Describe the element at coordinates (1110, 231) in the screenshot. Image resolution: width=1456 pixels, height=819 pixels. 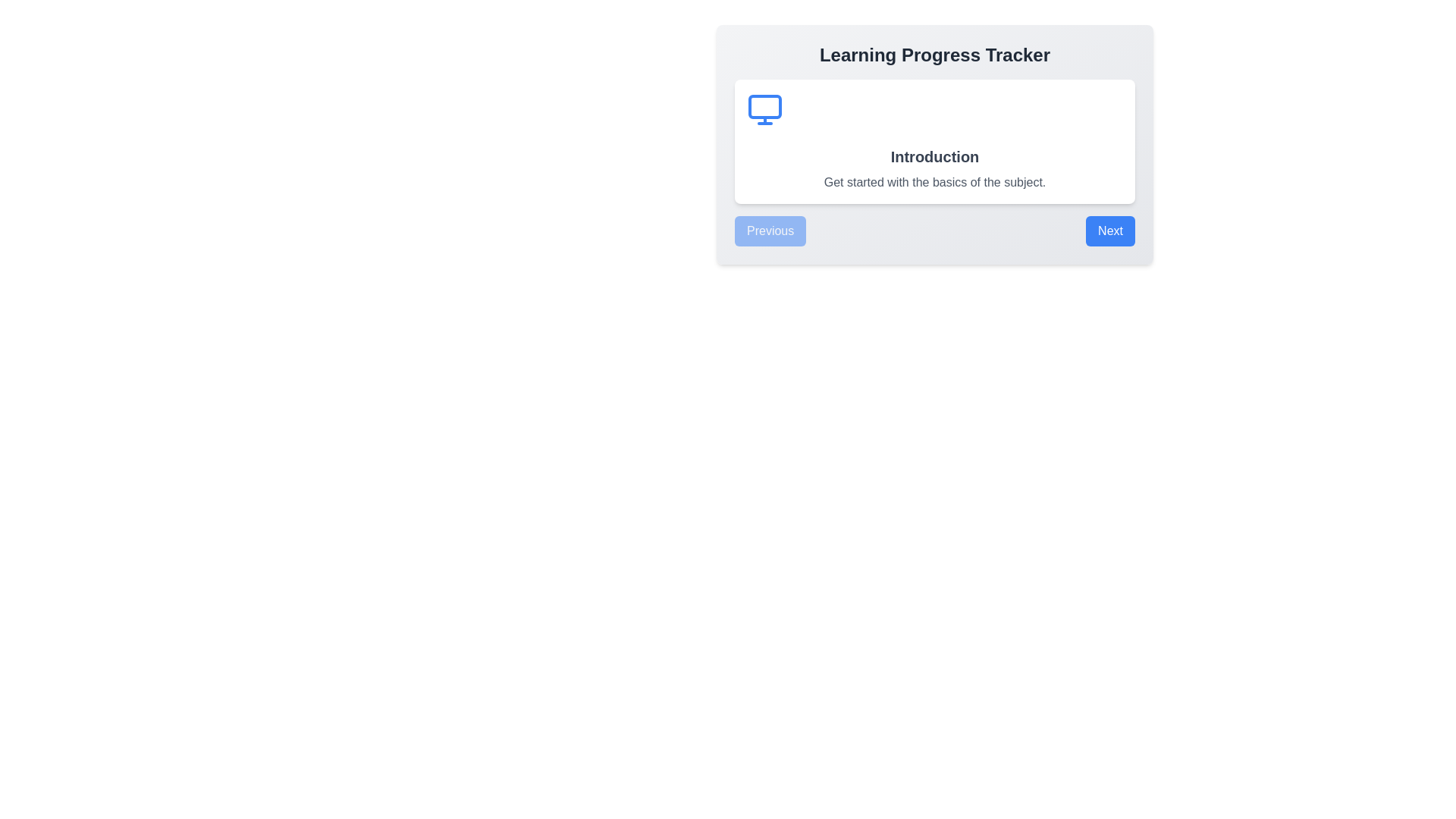
I see `the 'Next' button, which is a blue rectangular button with rounded corners and the text 'Next' centered in white, located at the bottom-right corner of a card element` at that location.